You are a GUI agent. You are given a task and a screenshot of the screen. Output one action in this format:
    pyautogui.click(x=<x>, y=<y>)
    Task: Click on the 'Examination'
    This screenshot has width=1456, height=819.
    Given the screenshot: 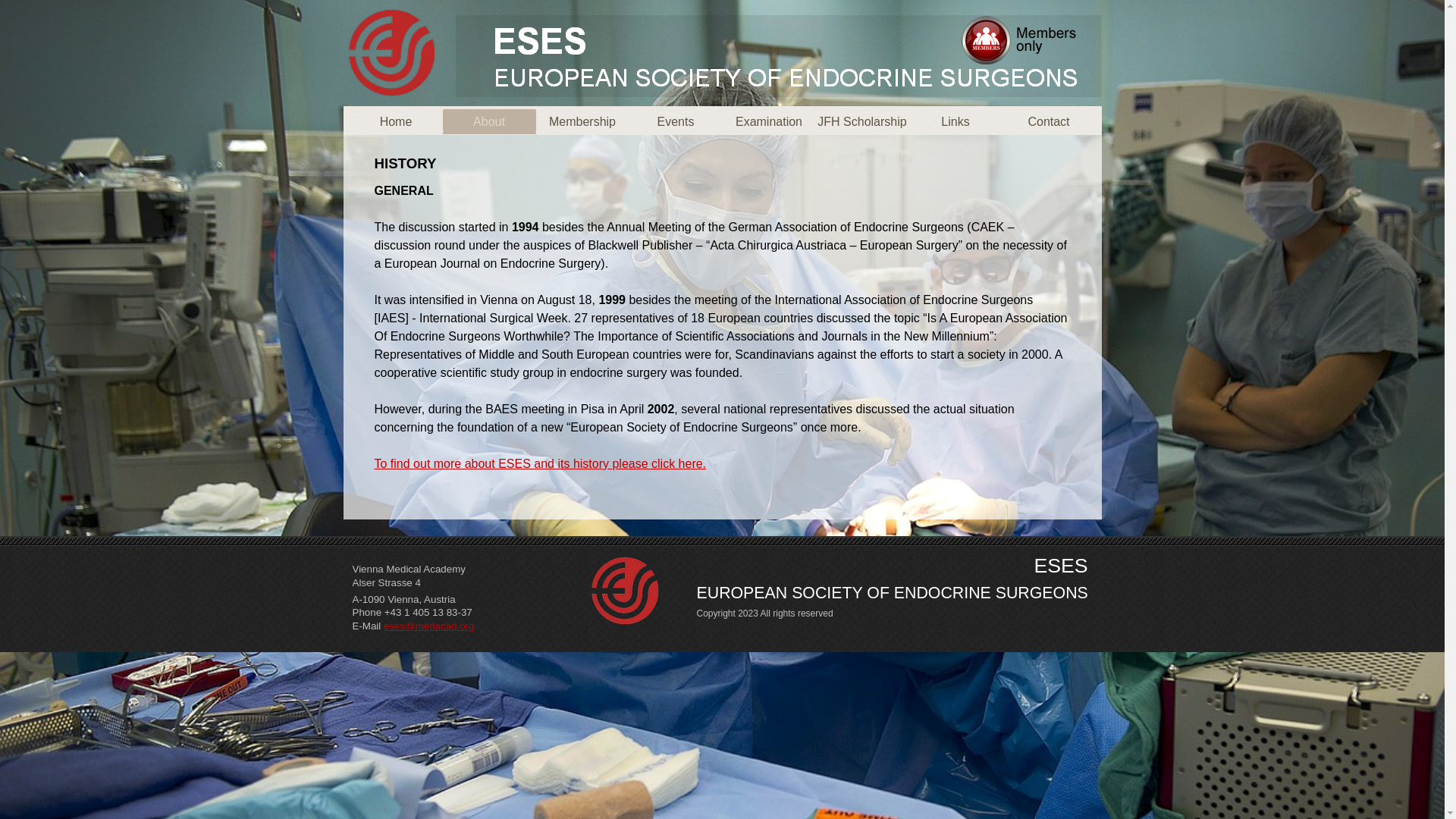 What is the action you would take?
    pyautogui.click(x=768, y=121)
    